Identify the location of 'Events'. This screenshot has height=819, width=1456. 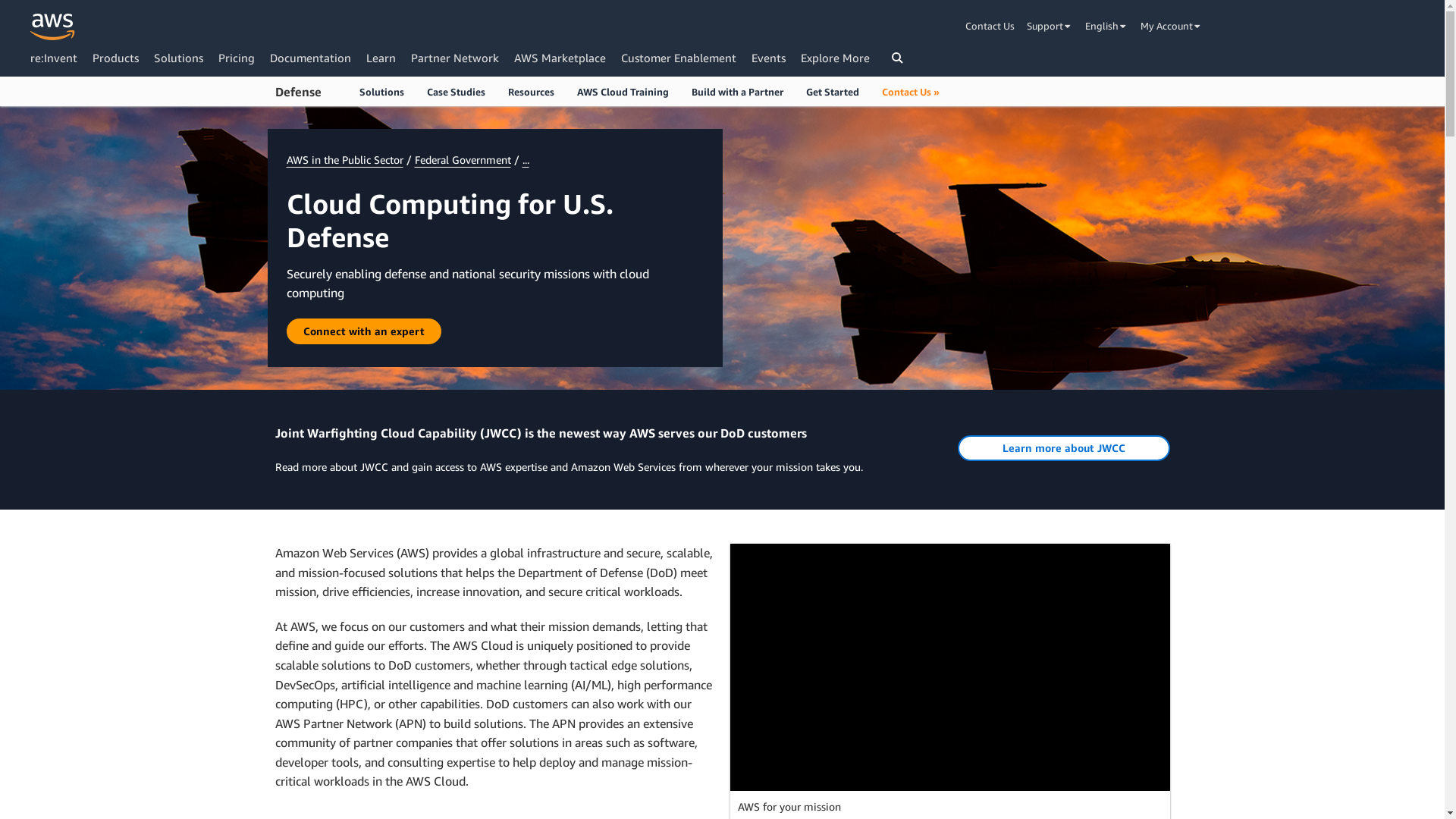
(768, 57).